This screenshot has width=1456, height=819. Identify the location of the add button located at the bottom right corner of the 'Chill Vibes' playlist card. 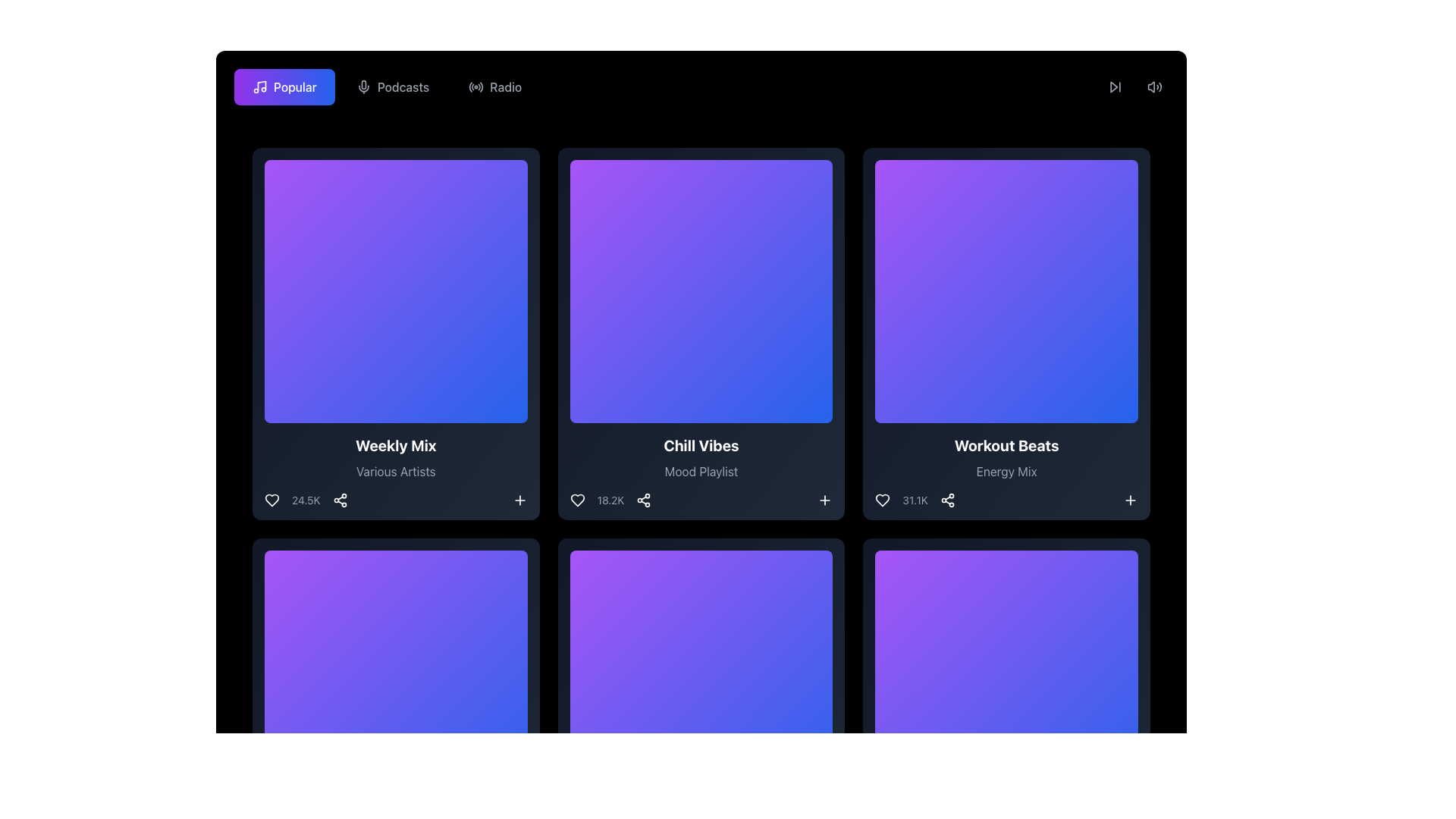
(824, 500).